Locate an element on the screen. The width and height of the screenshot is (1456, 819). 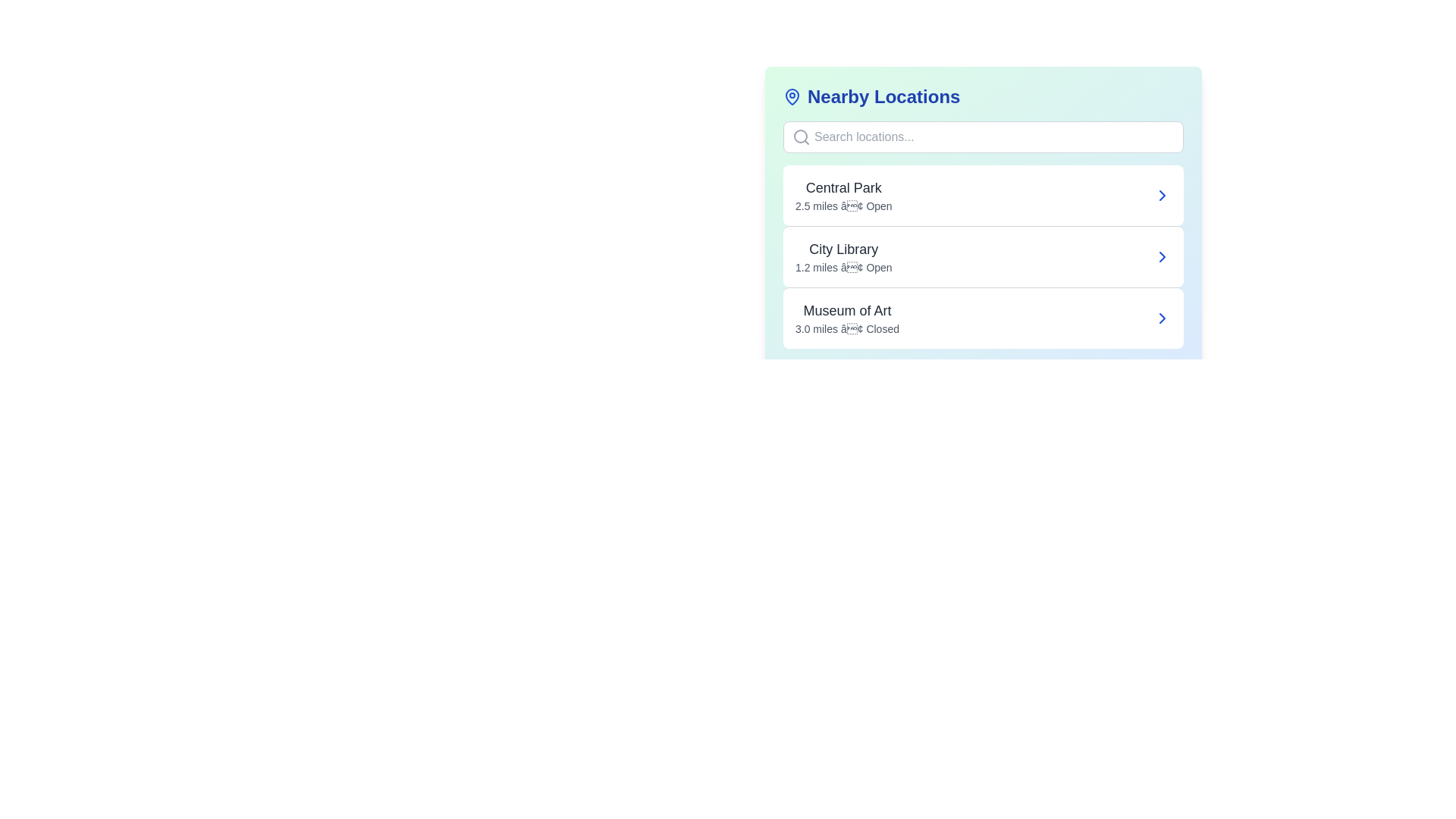
the text label indicating the distance ('3.0 miles') and status ('Closed') for the location 'Museum of Art', which is the third in the vertical list of distance-status descriptions is located at coordinates (846, 328).